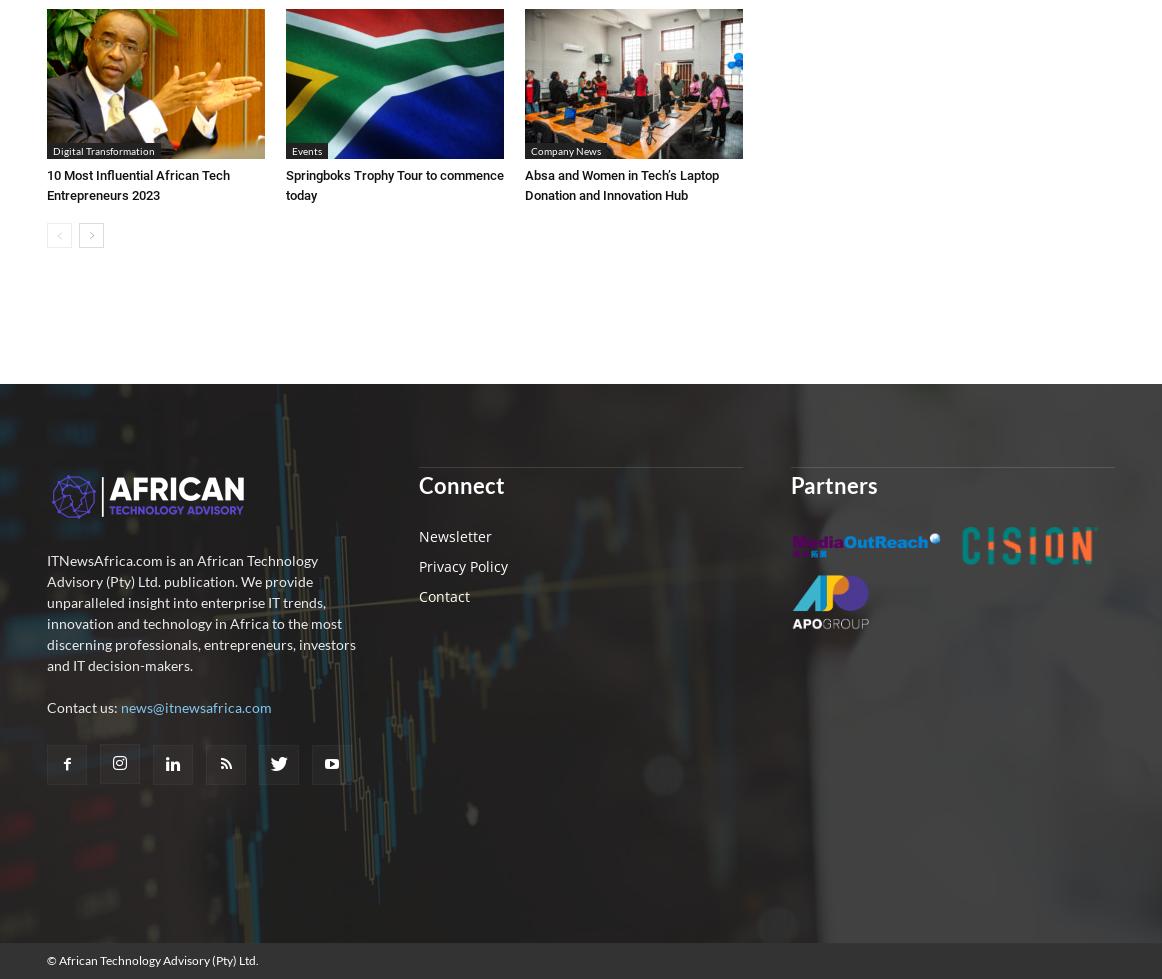 The width and height of the screenshot is (1162, 979). What do you see at coordinates (45, 184) in the screenshot?
I see `'10 Most Influential African Tech Entrepreneurs 2023'` at bounding box center [45, 184].